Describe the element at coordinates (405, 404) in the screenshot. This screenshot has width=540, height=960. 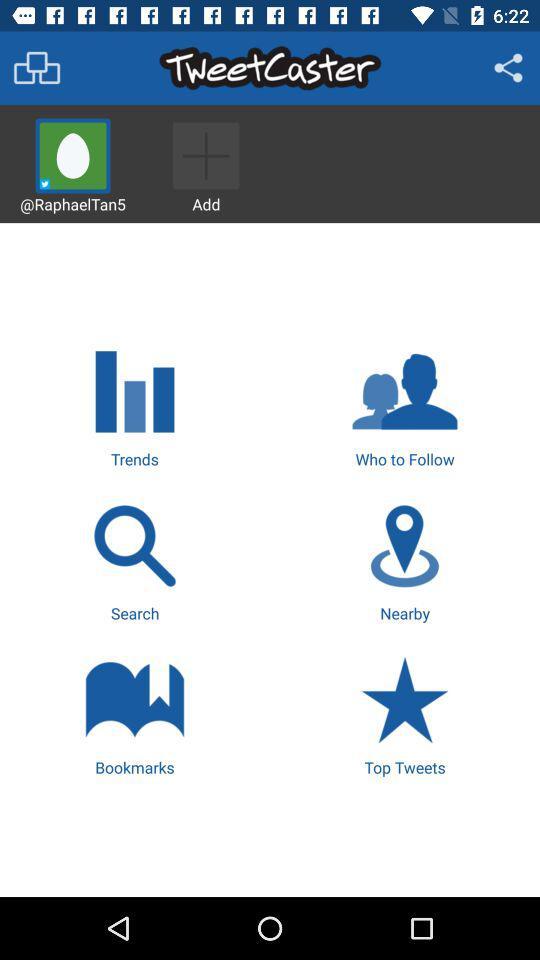
I see `the item next to trends` at that location.